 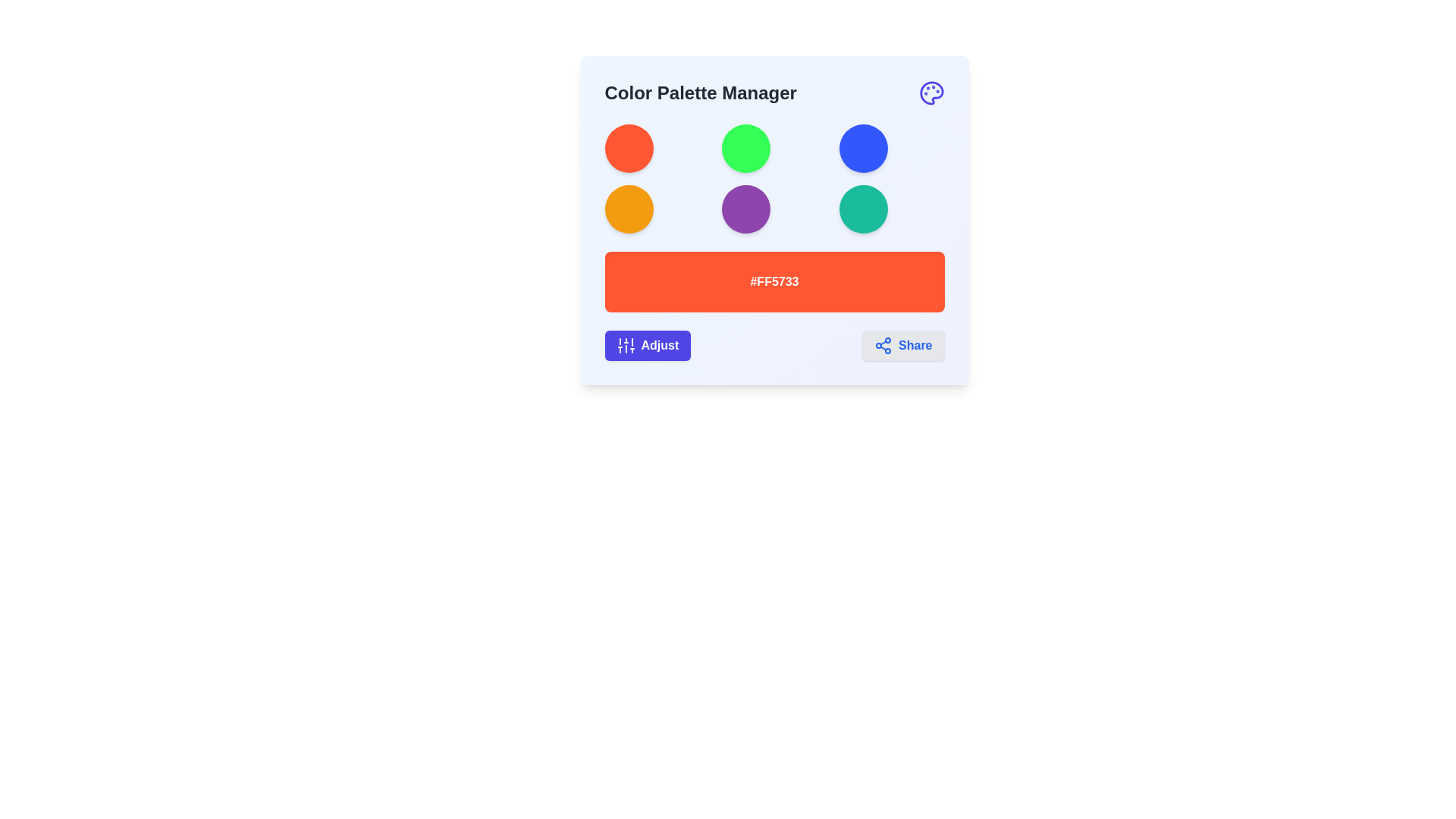 What do you see at coordinates (863, 209) in the screenshot?
I see `the interactive circle located` at bounding box center [863, 209].